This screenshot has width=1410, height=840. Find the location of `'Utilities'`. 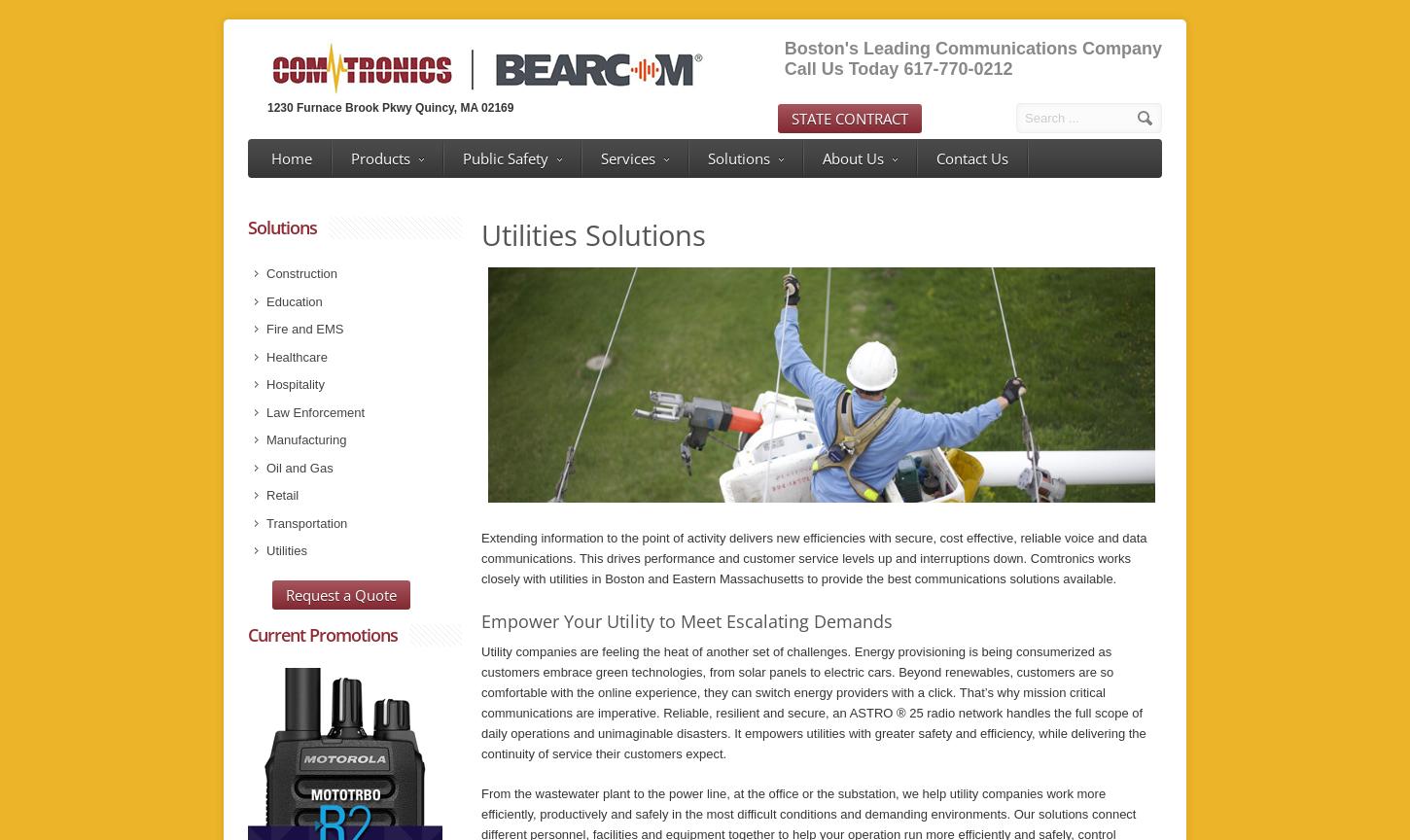

'Utilities' is located at coordinates (266, 549).